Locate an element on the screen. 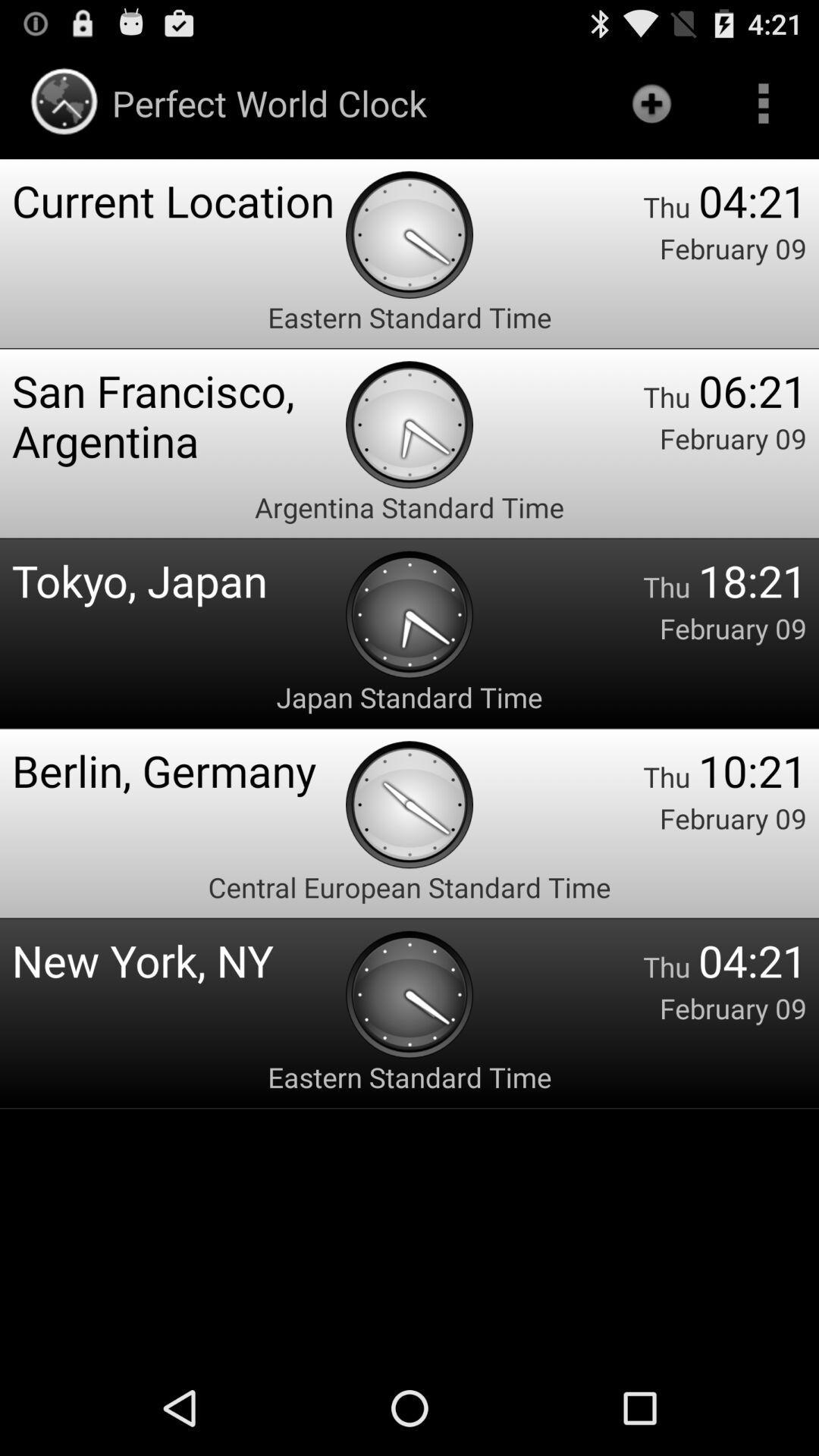  the app above central european standard icon is located at coordinates (177, 770).